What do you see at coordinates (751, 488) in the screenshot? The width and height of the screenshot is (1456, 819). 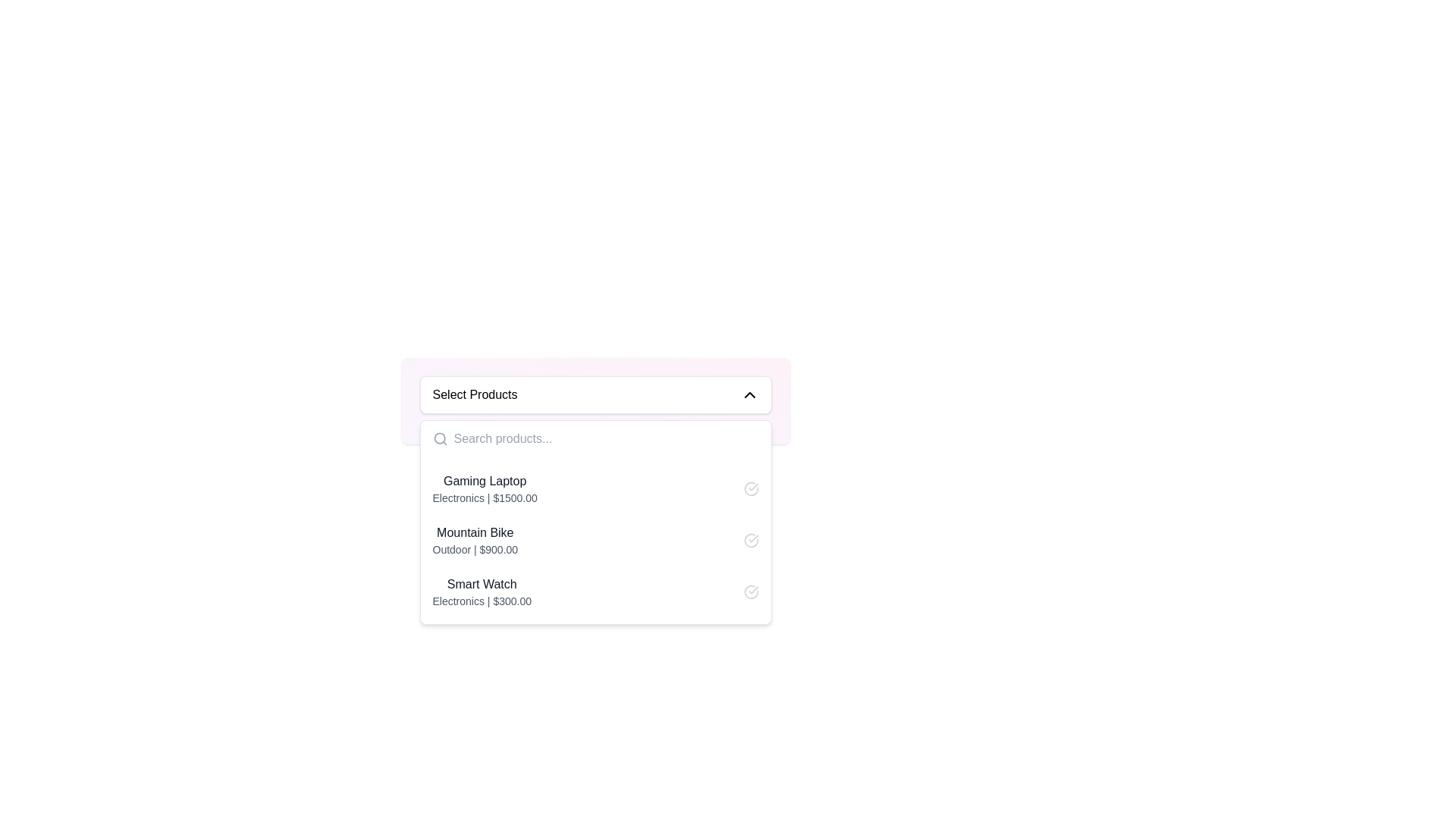 I see `the gray icon located` at bounding box center [751, 488].